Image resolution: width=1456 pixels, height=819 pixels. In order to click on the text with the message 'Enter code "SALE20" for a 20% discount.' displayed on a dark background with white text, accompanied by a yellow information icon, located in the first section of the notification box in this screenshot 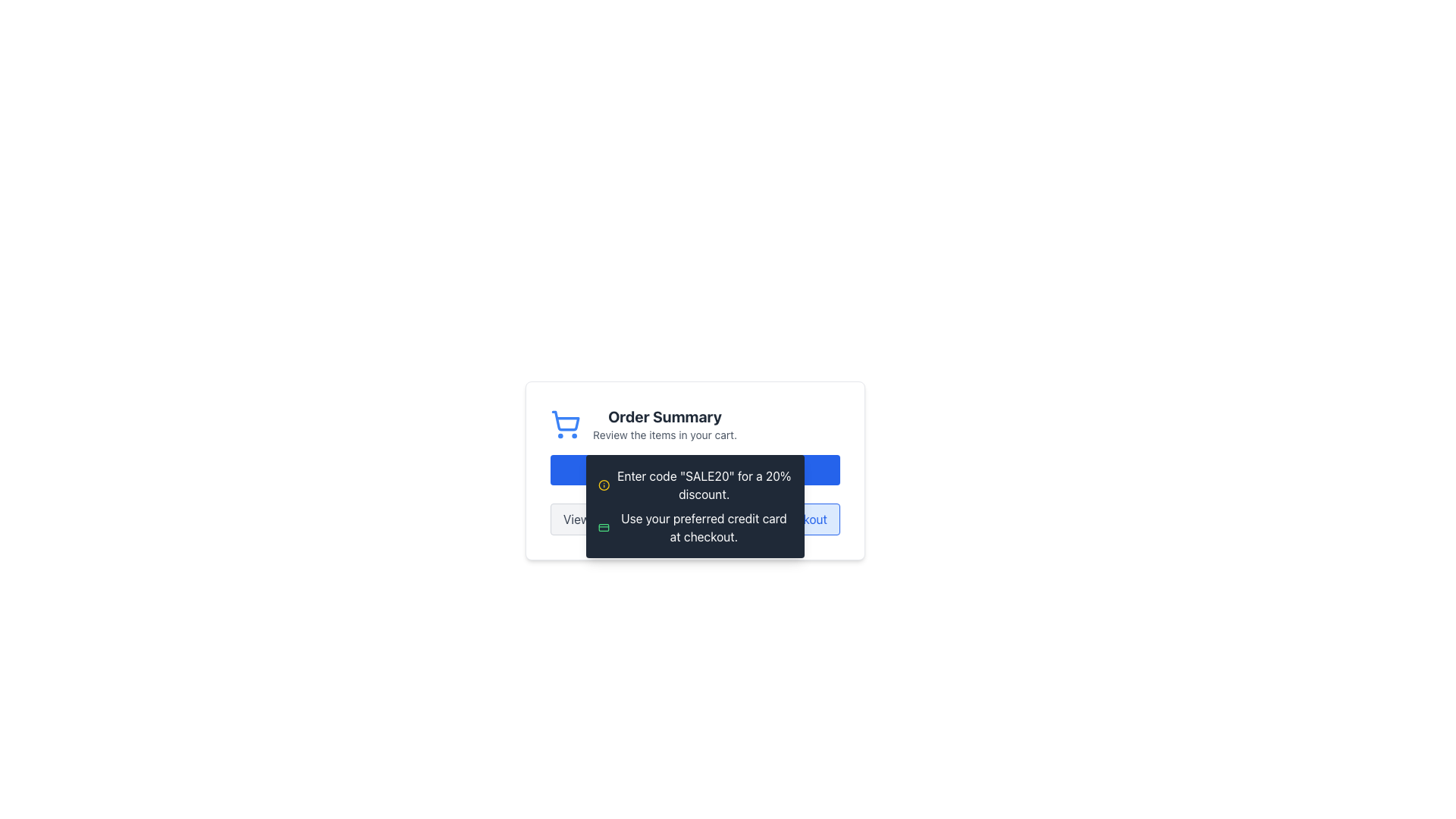, I will do `click(694, 485)`.